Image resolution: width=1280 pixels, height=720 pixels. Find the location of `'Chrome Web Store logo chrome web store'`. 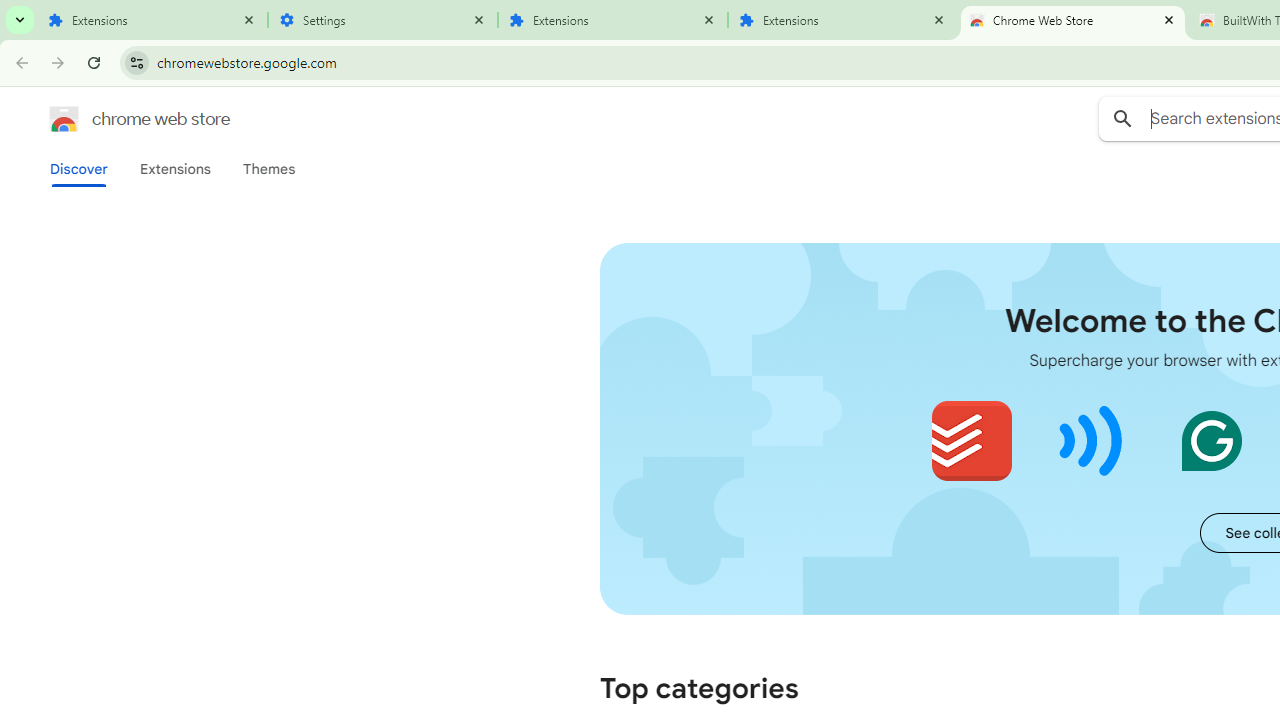

'Chrome Web Store logo chrome web store' is located at coordinates (118, 119).